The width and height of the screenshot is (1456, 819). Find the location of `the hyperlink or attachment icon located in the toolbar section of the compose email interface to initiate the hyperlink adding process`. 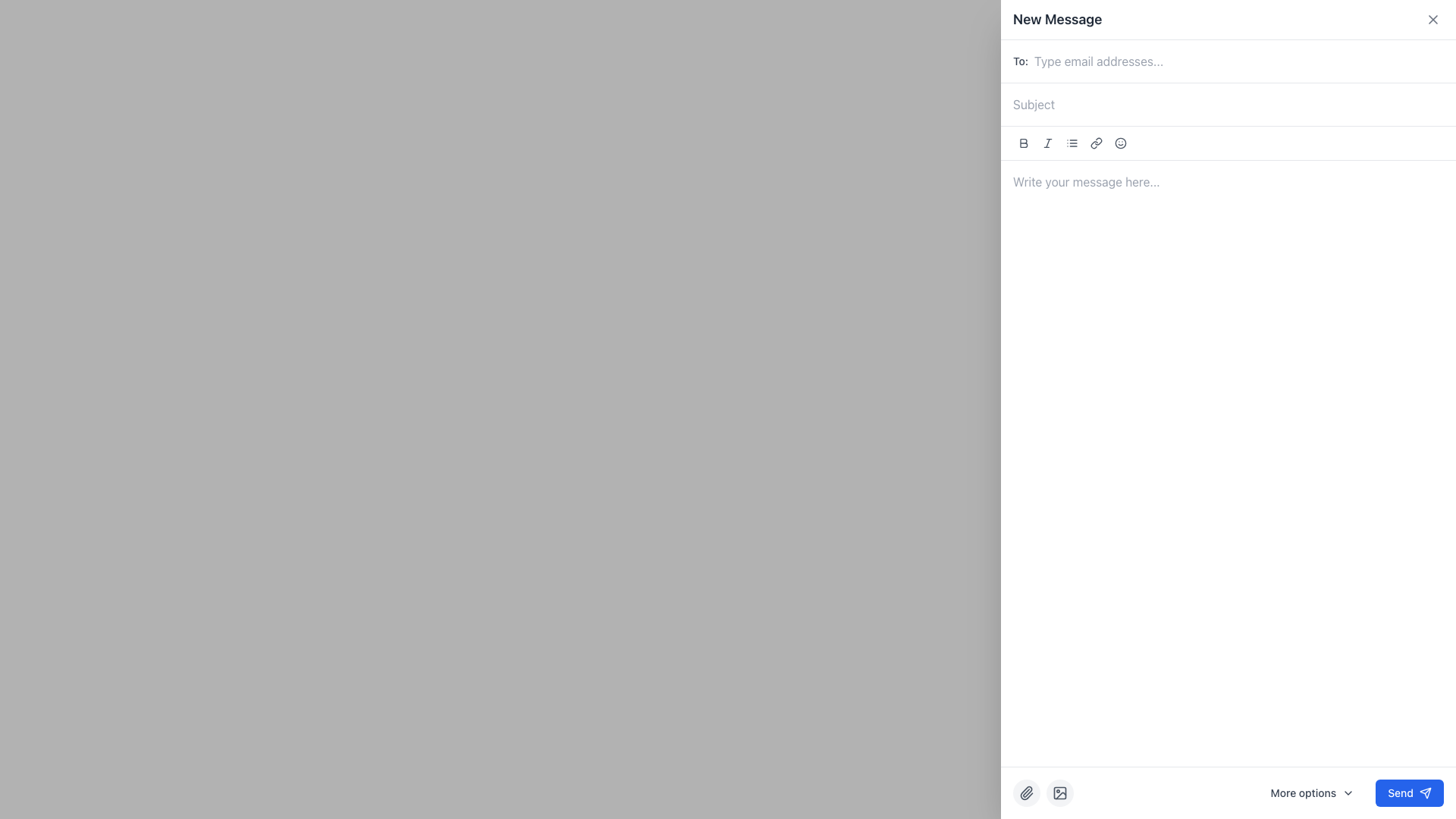

the hyperlink or attachment icon located in the toolbar section of the compose email interface to initiate the hyperlink adding process is located at coordinates (1096, 143).